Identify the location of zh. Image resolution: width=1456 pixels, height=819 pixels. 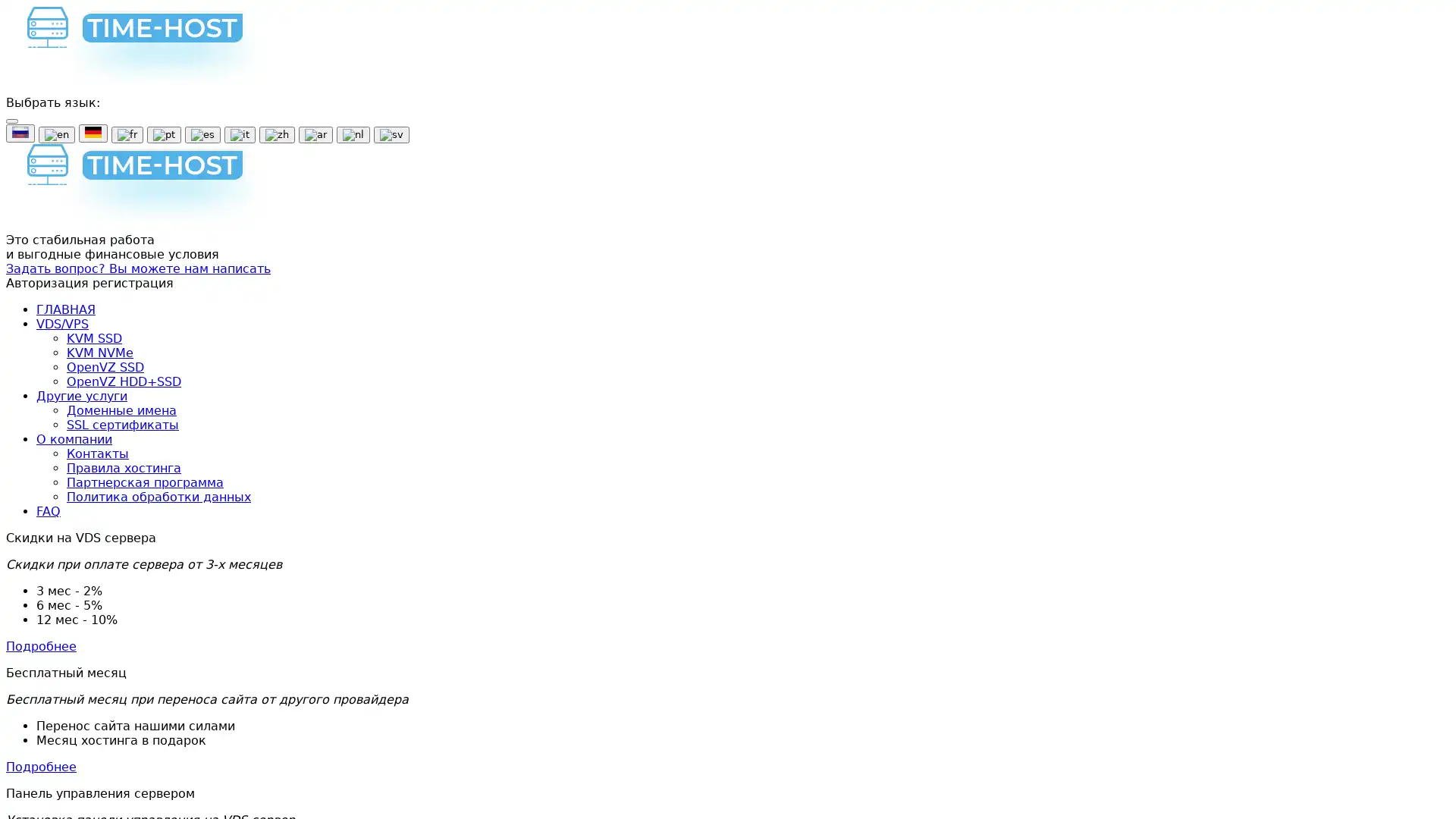
(277, 133).